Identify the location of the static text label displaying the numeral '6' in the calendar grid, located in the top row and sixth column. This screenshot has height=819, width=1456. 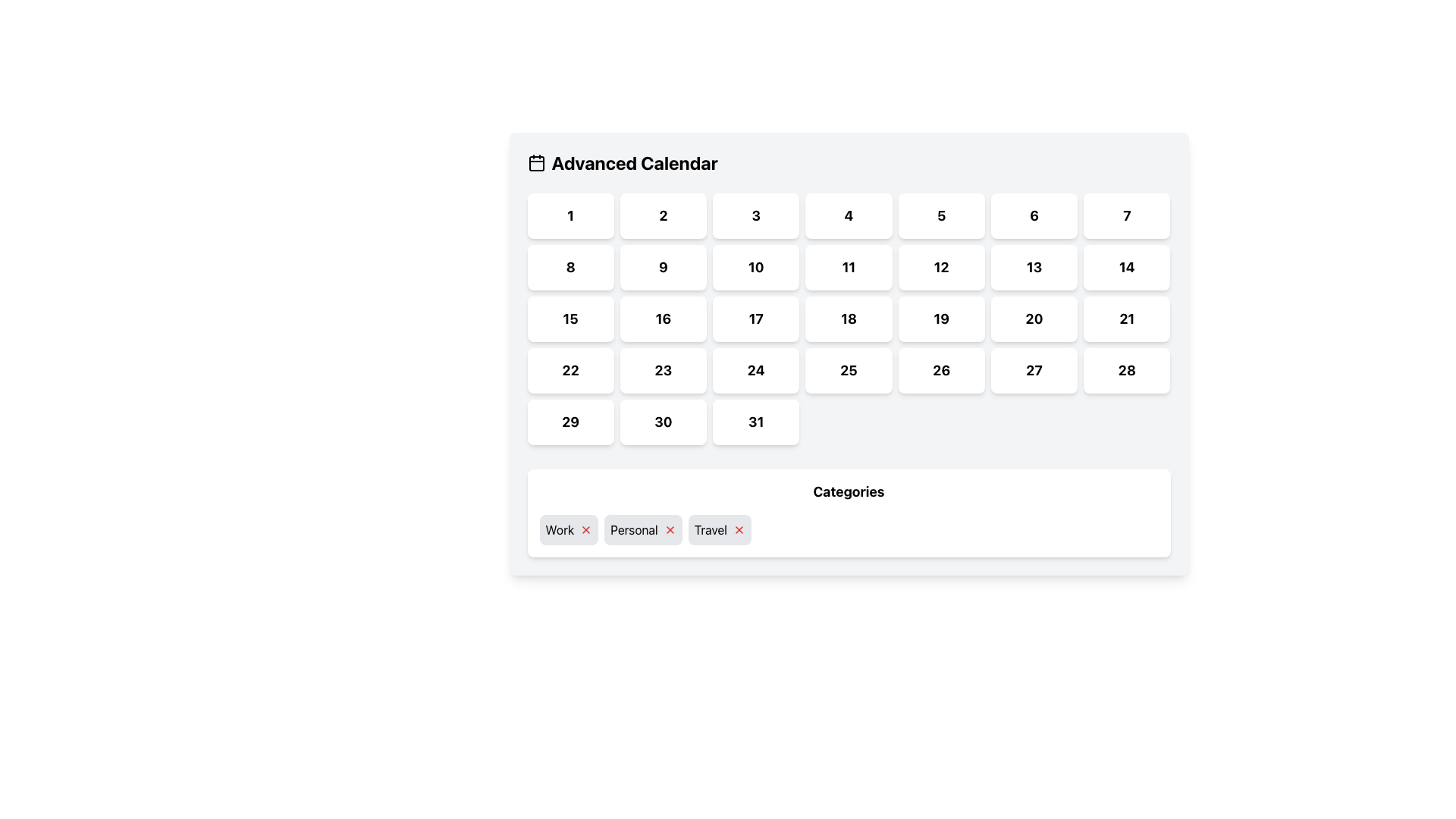
(1033, 215).